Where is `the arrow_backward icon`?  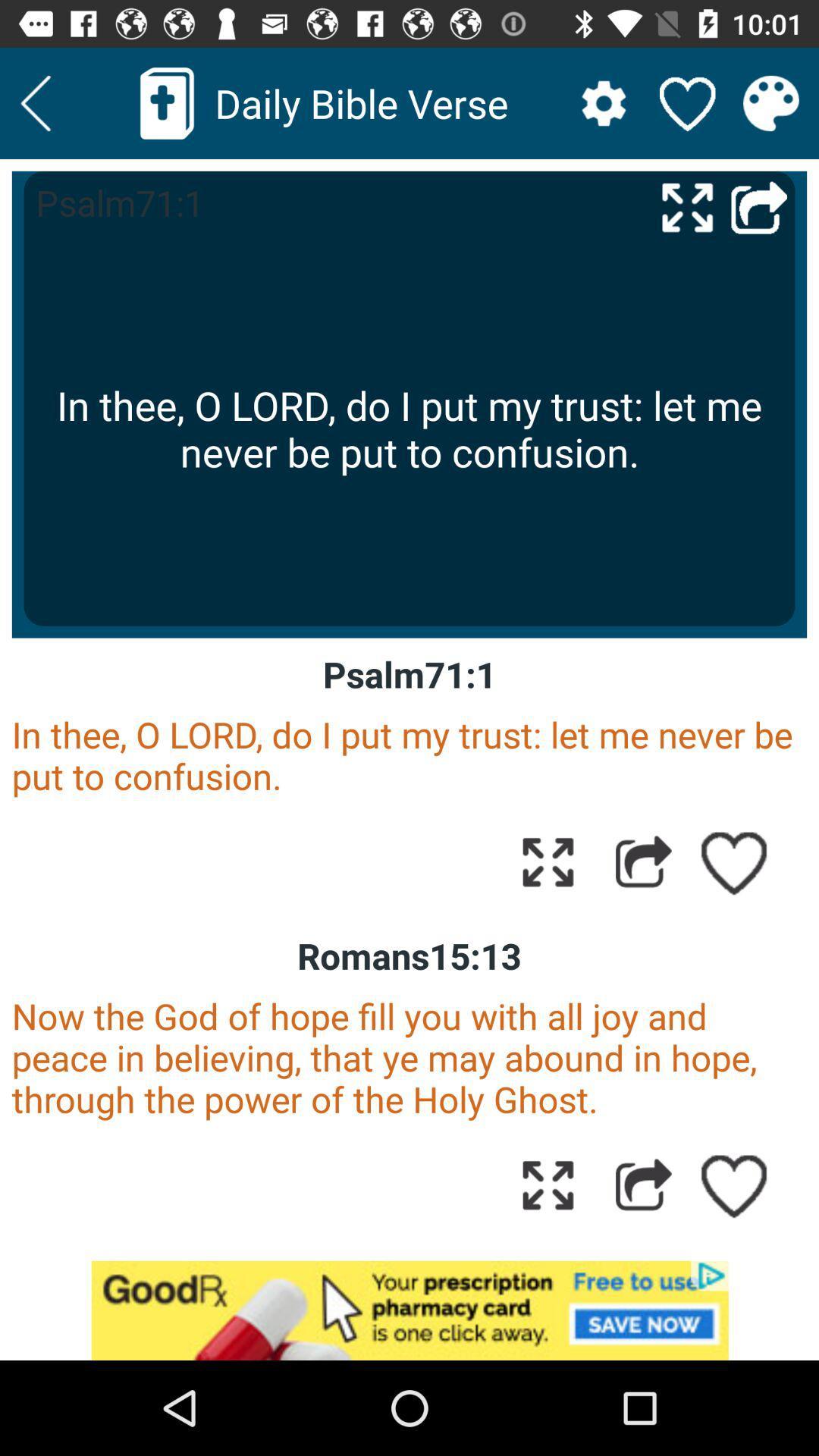
the arrow_backward icon is located at coordinates (35, 102).